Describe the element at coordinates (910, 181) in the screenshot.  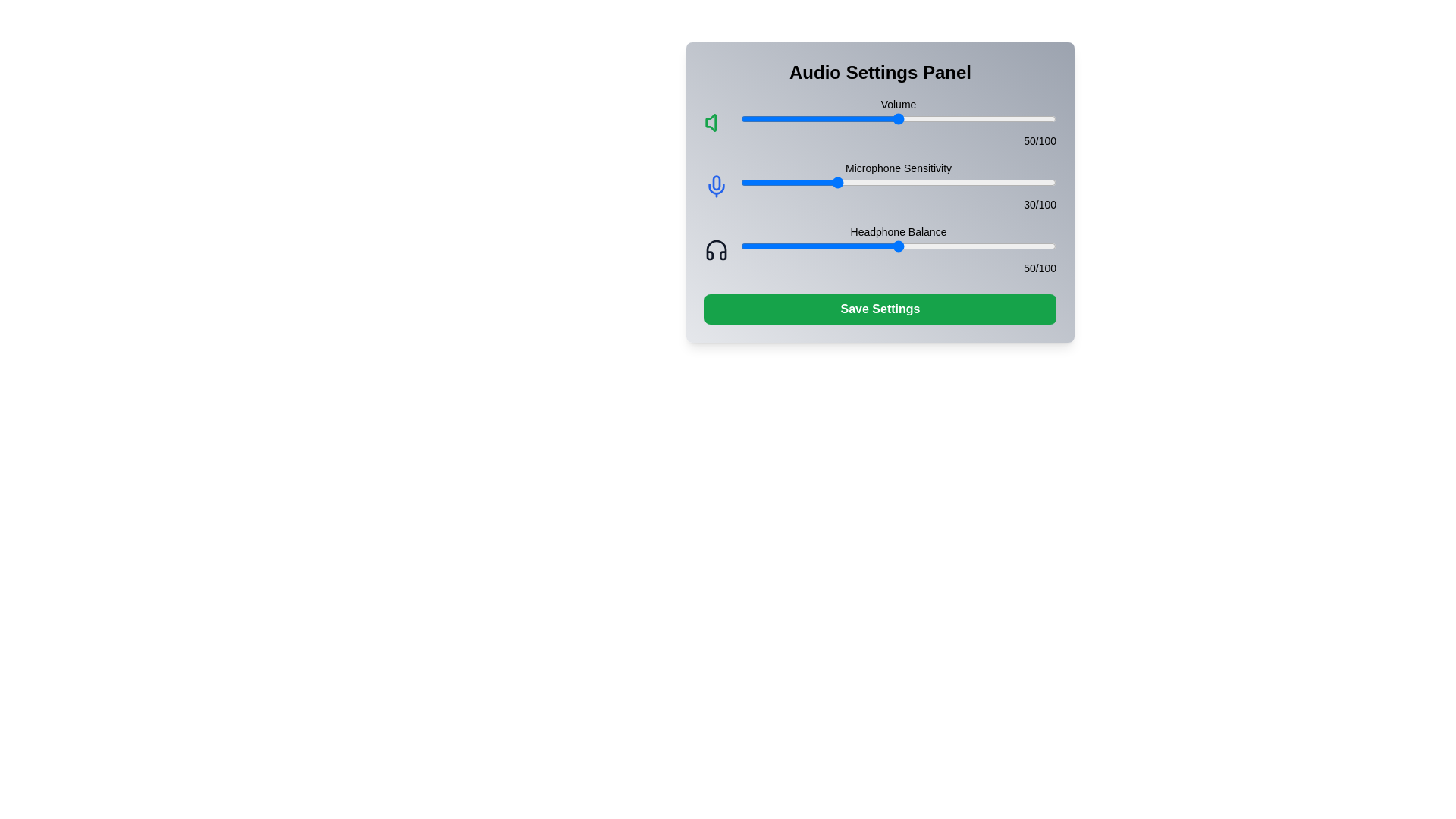
I see `microphone sensitivity` at that location.